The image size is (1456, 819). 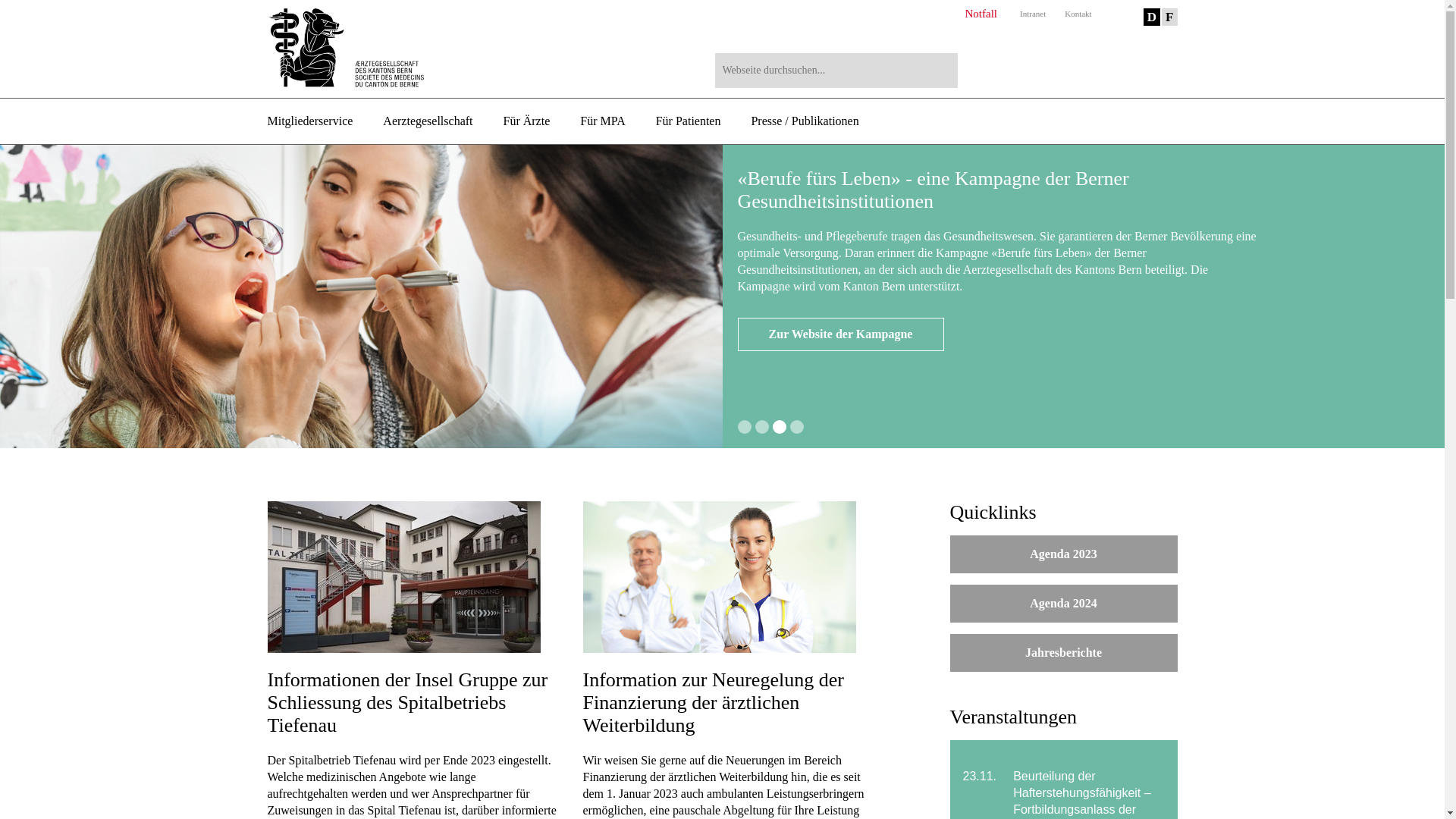 I want to click on 'Aerztegesellschaft', so click(x=382, y=120).